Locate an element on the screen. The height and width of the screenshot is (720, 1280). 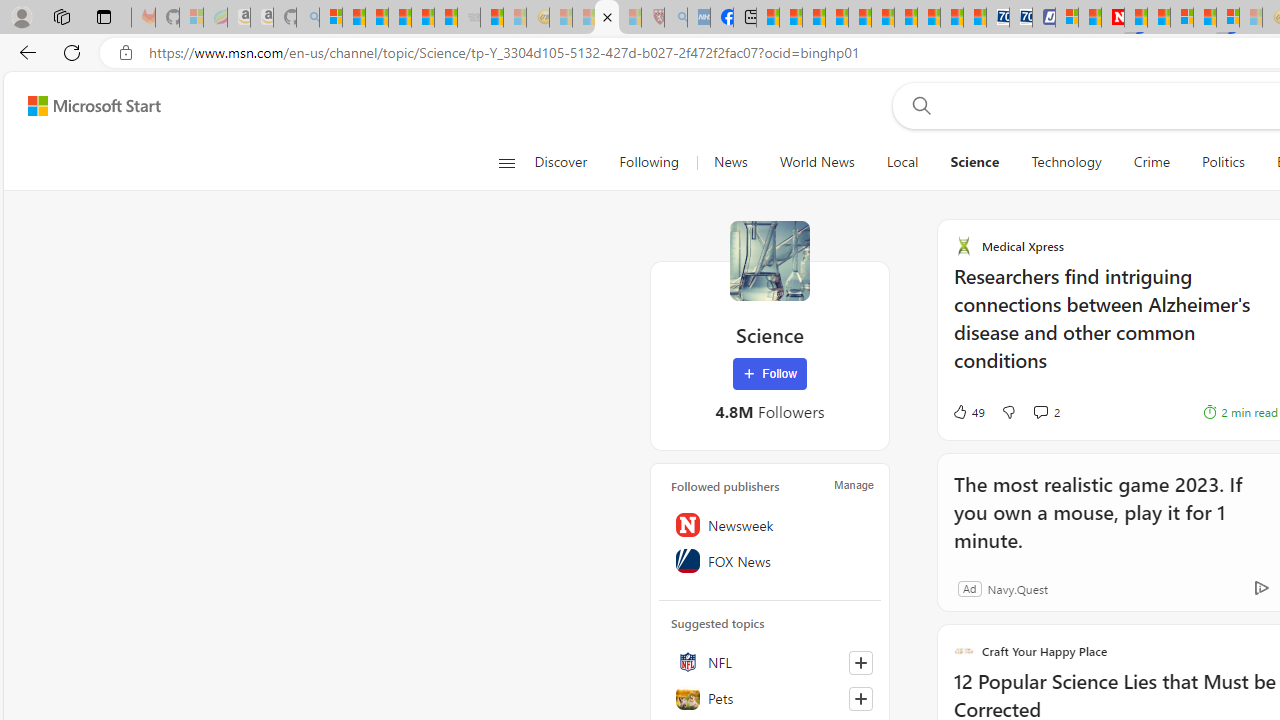
'New Report Confirms 2023 Was Record Hot | Watch' is located at coordinates (422, 17).